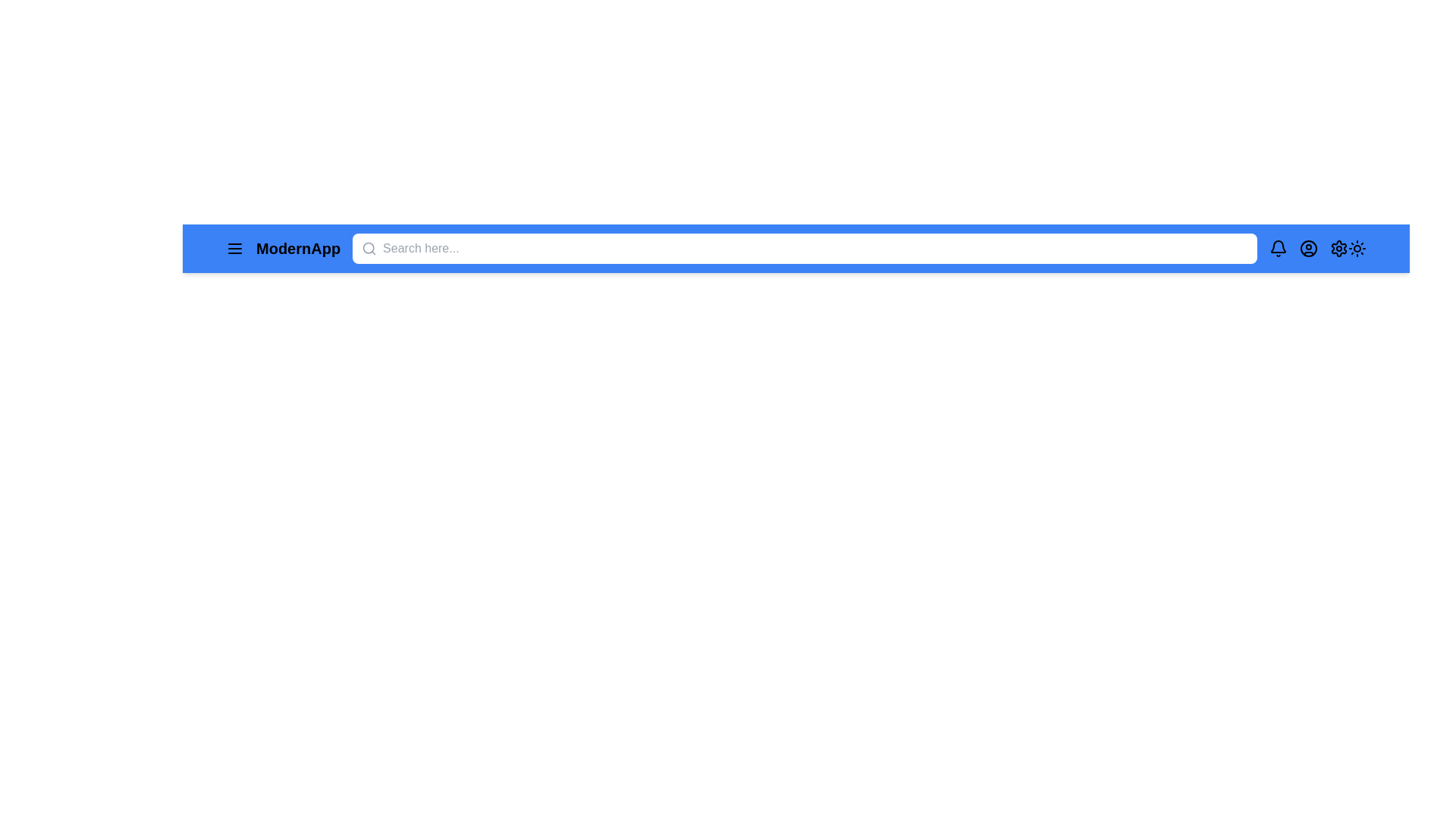 The width and height of the screenshot is (1456, 819). Describe the element at coordinates (234, 247) in the screenshot. I see `the menu icon to toggle the menu visibility` at that location.